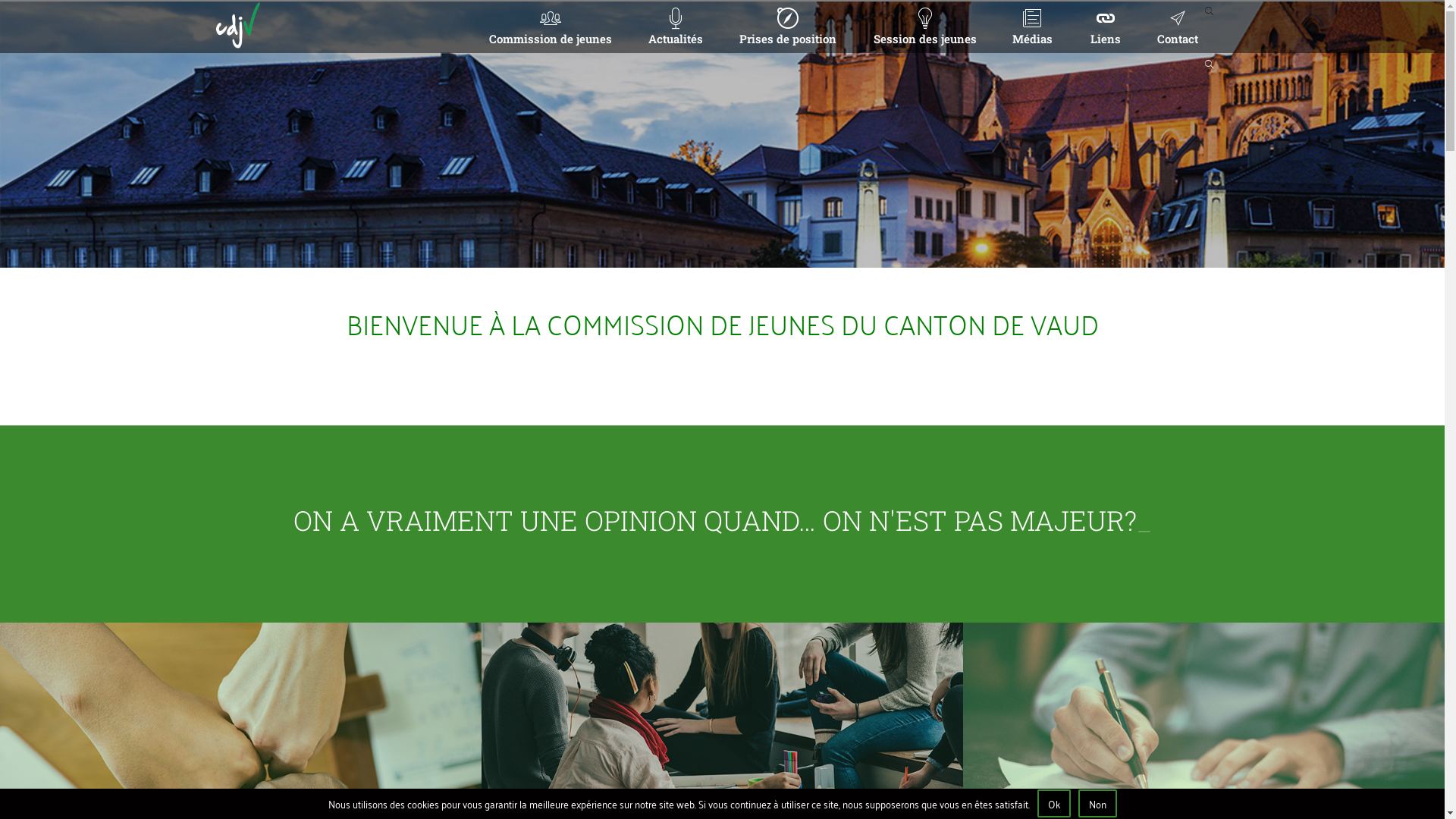 The image size is (1456, 819). Describe the element at coordinates (718, 26) in the screenshot. I see `'Prises de position'` at that location.